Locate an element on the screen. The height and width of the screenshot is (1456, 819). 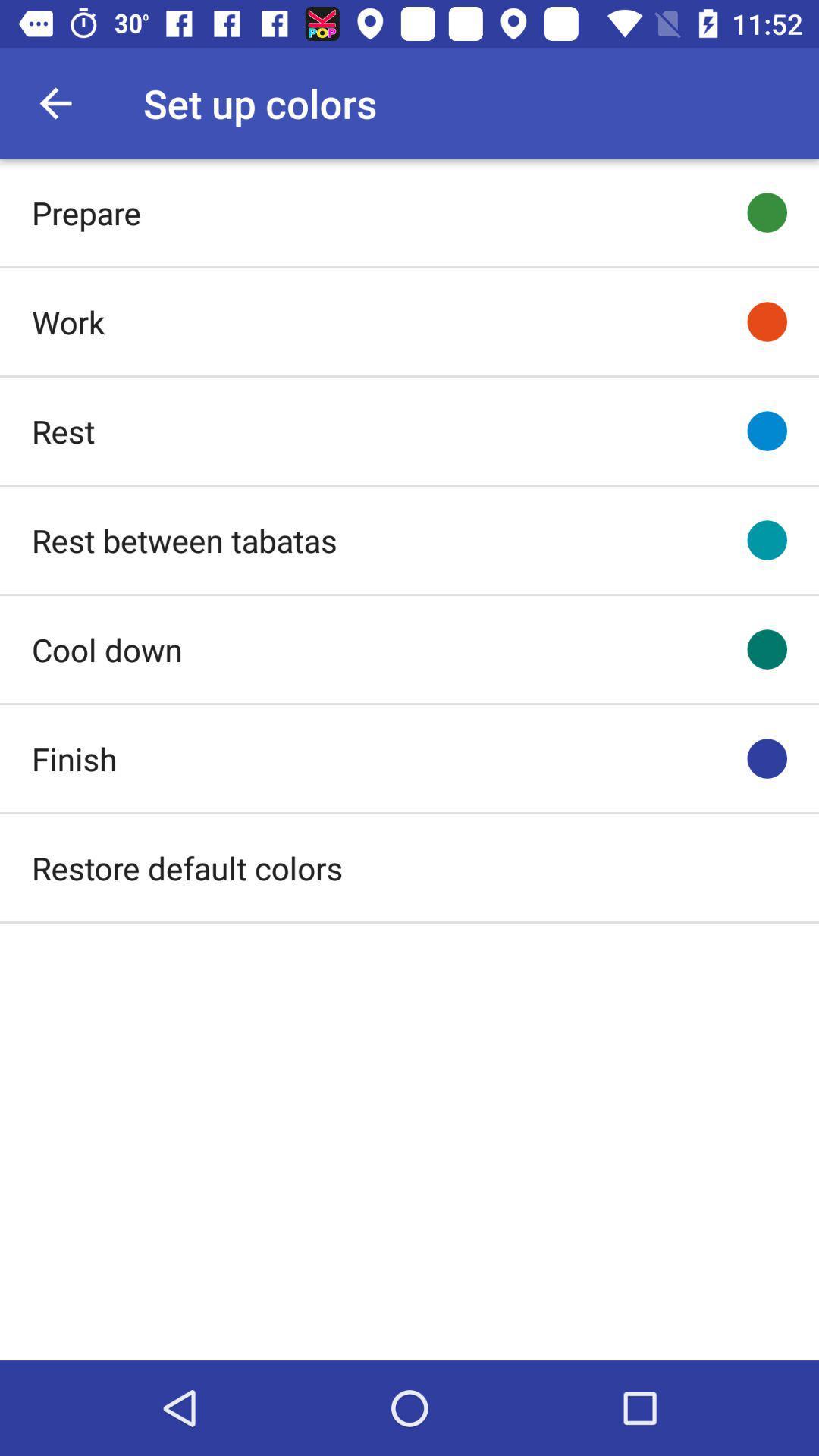
the item above prepare item is located at coordinates (55, 102).